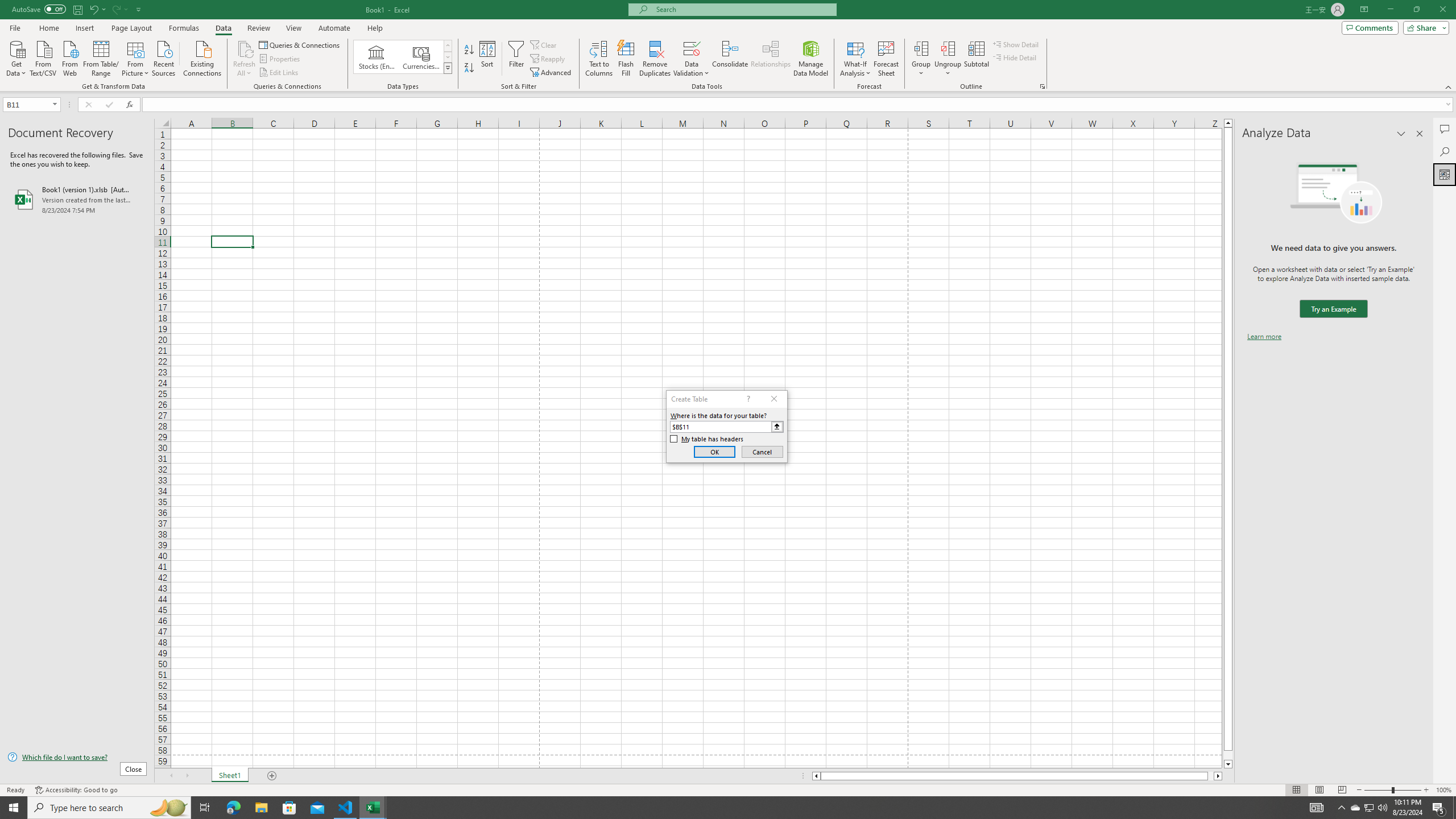 The width and height of the screenshot is (1456, 819). Describe the element at coordinates (403, 56) in the screenshot. I see `'AutomationID: ConvertToLinkedEntity'` at that location.